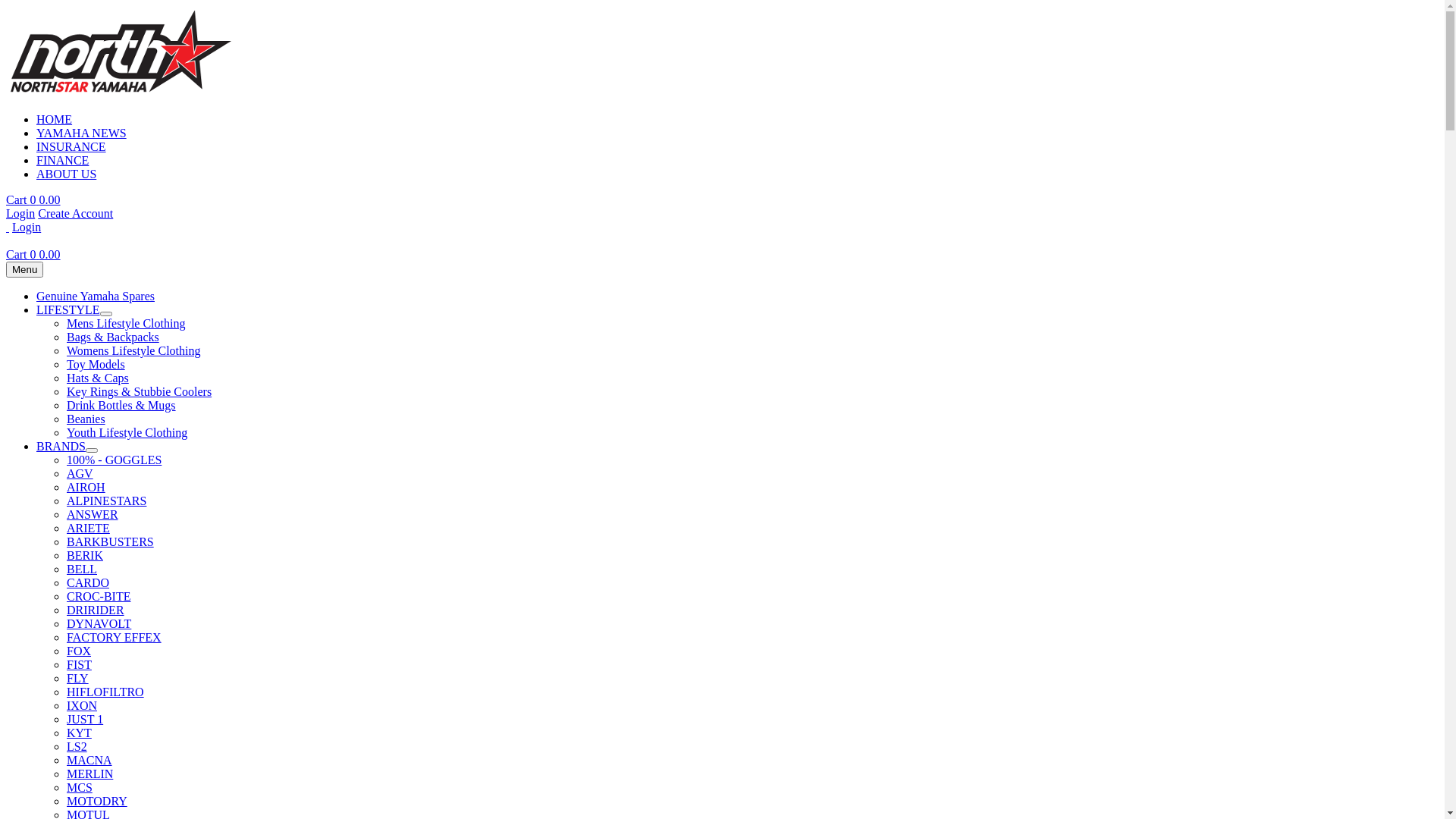  What do you see at coordinates (97, 377) in the screenshot?
I see `'Hats & Caps'` at bounding box center [97, 377].